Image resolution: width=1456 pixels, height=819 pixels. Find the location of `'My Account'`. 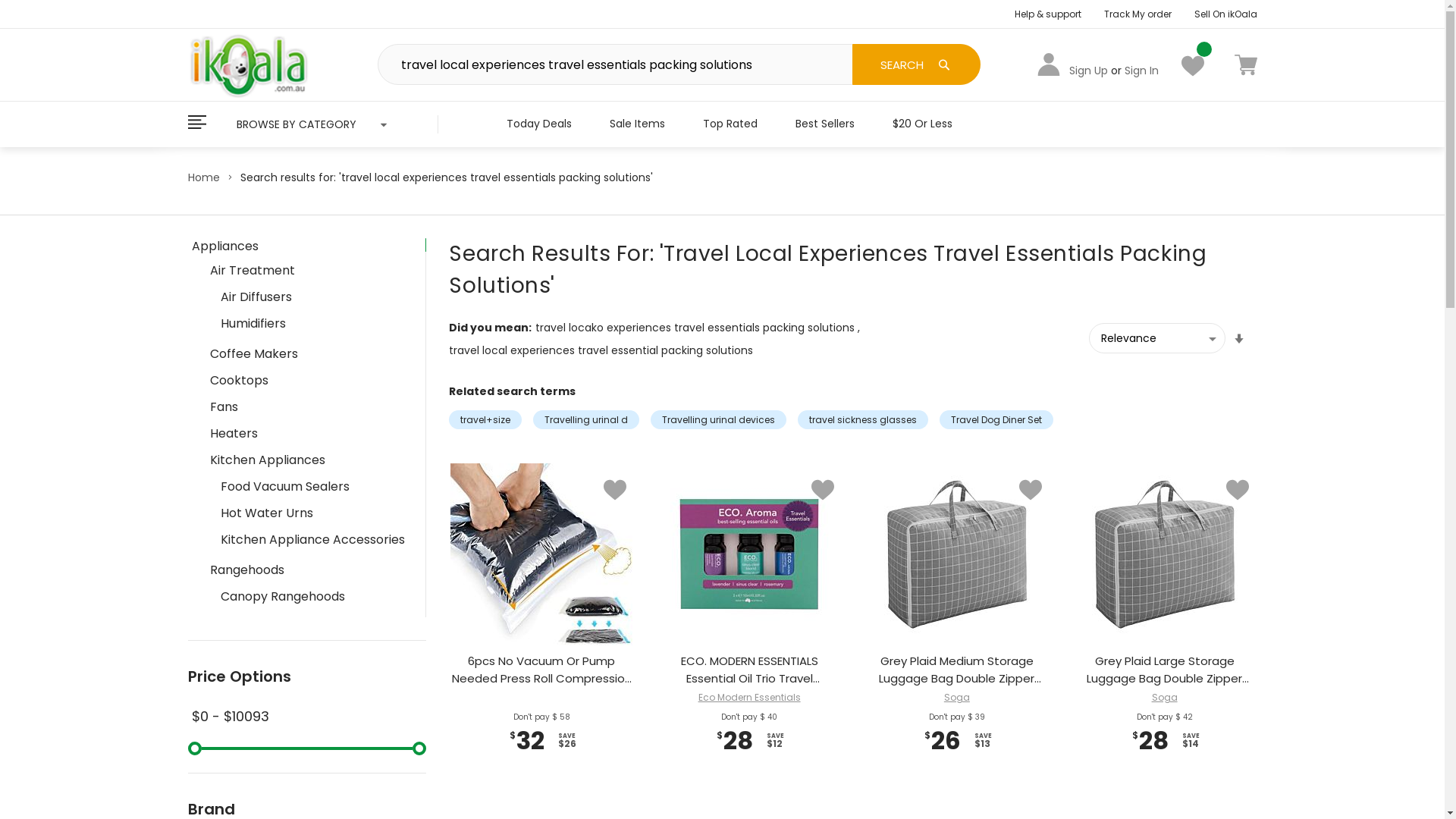

'My Account' is located at coordinates (1047, 63).